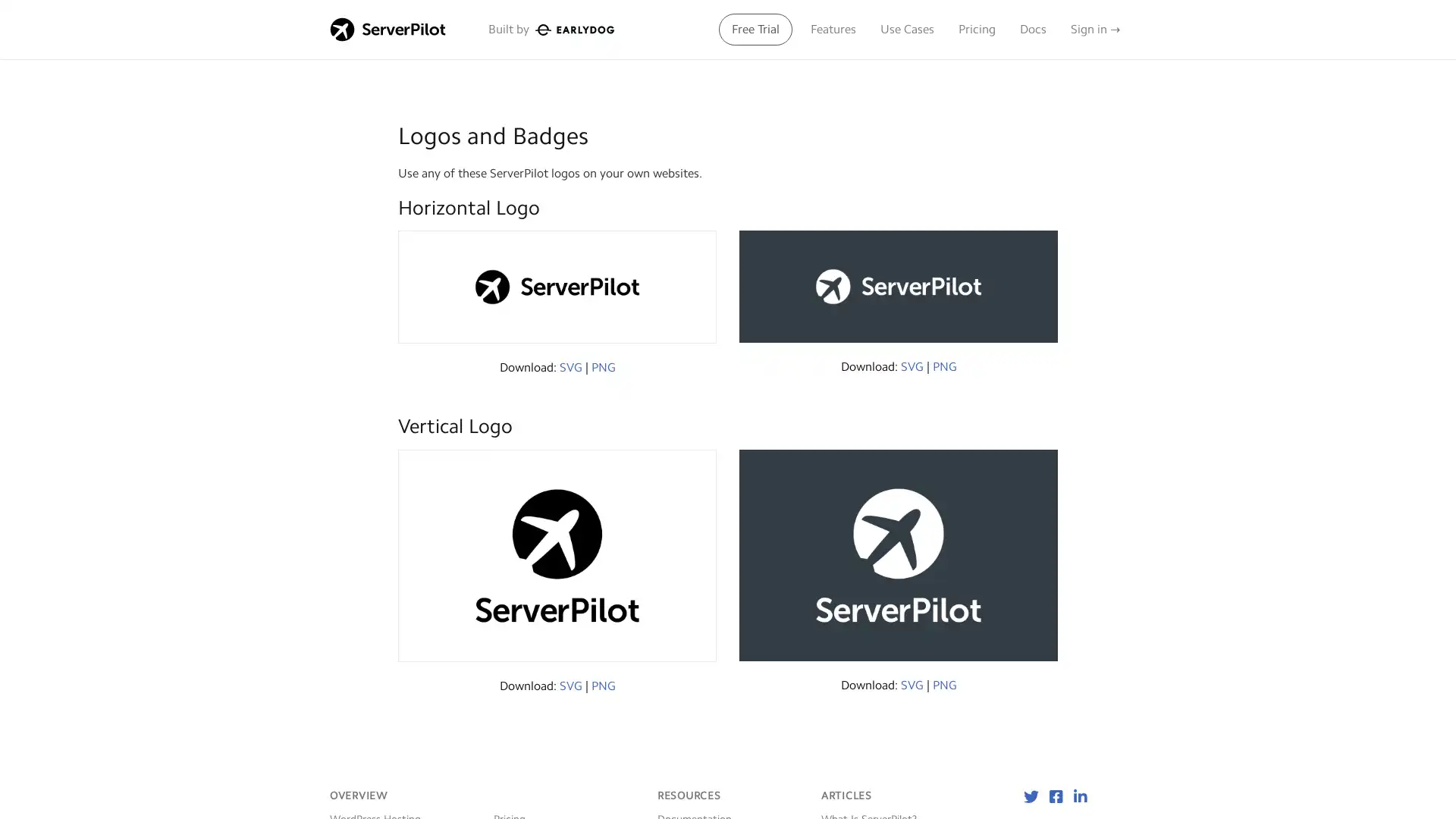  What do you see at coordinates (833, 29) in the screenshot?
I see `Features` at bounding box center [833, 29].